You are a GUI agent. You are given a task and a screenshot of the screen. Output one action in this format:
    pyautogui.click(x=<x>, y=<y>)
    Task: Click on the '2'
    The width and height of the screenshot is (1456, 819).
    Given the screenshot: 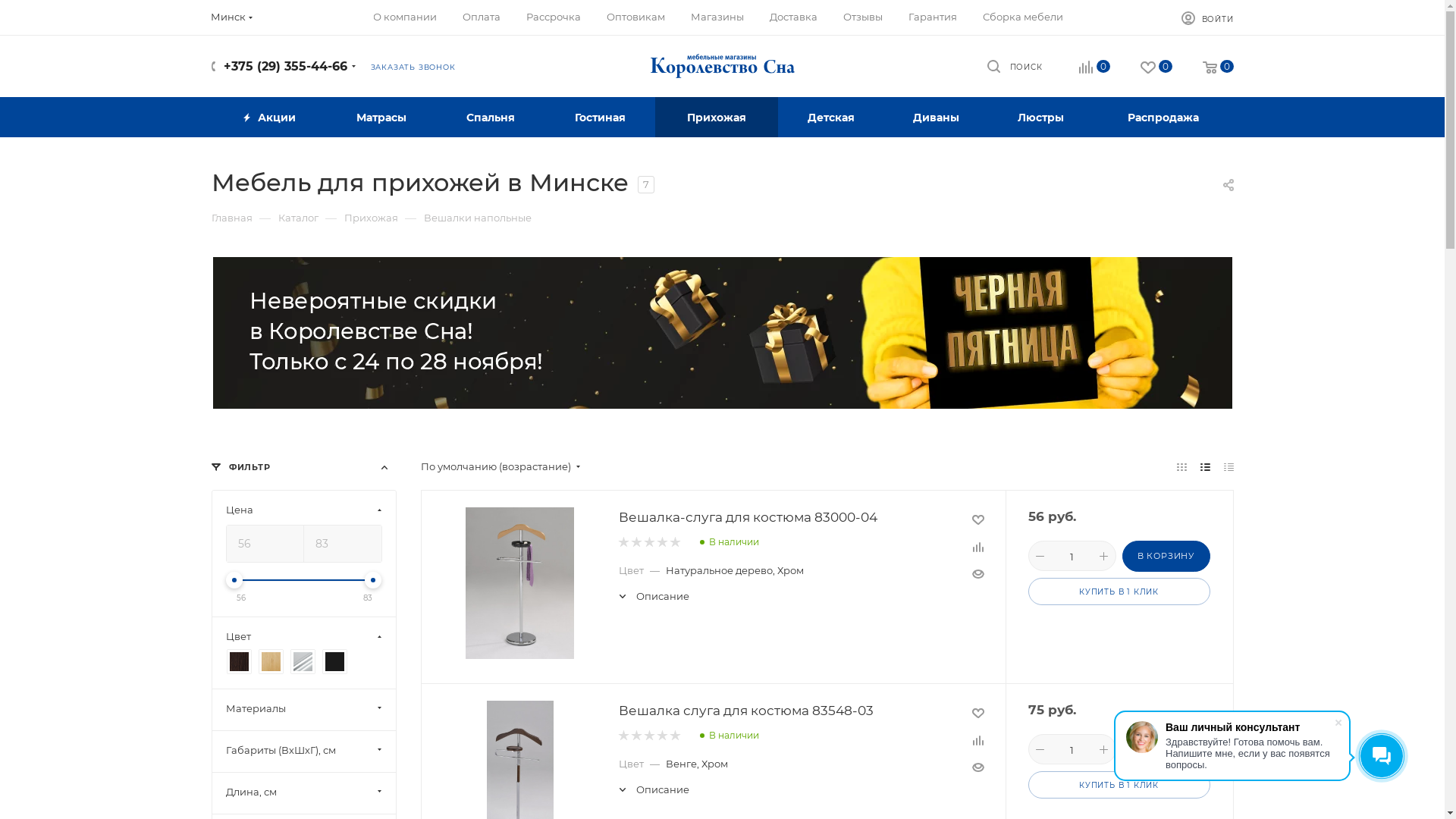 What is the action you would take?
    pyautogui.click(x=635, y=541)
    